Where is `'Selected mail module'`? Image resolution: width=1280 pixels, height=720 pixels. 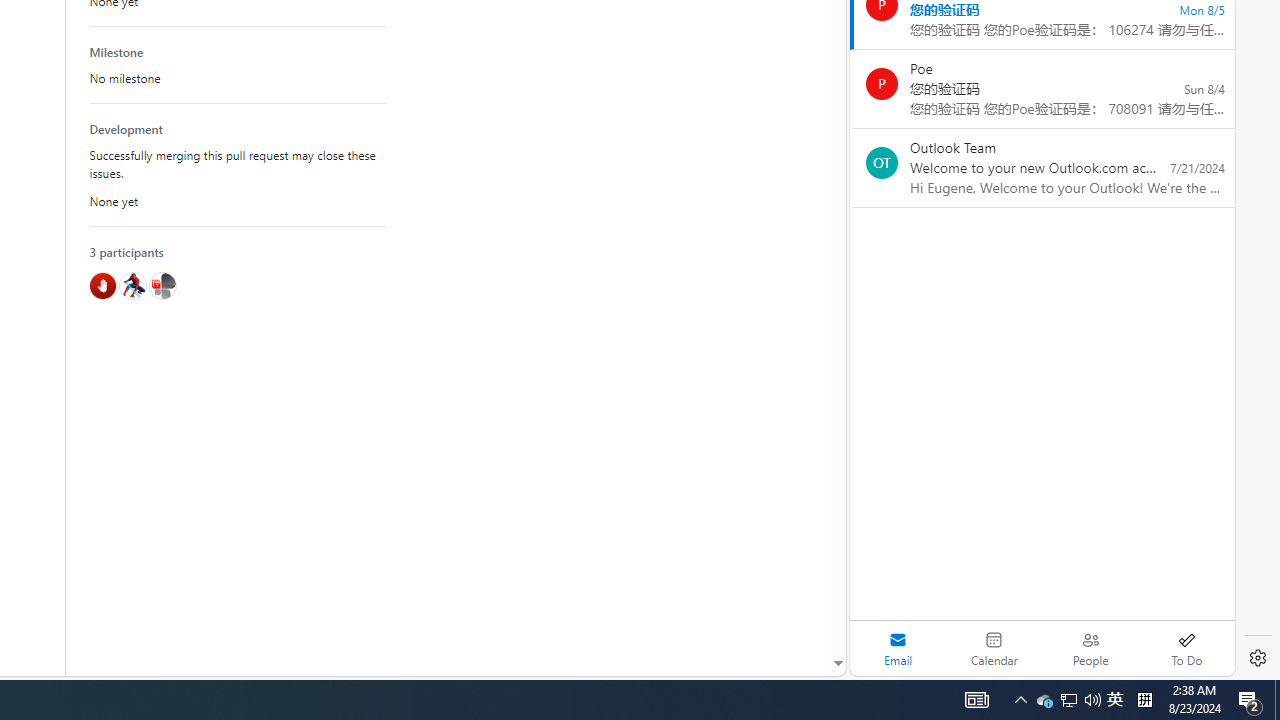
'Selected mail module' is located at coordinates (897, 648).